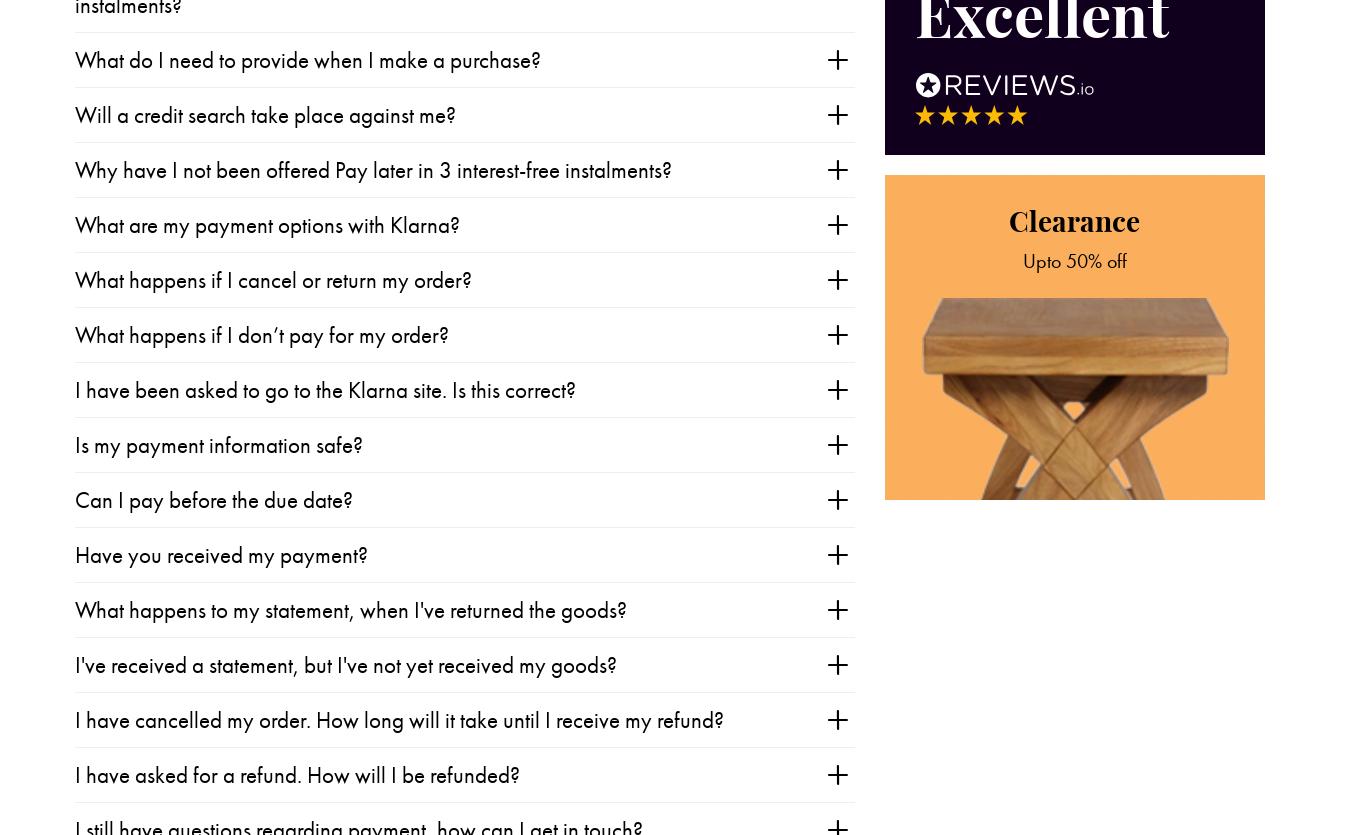  Describe the element at coordinates (229, 760) in the screenshot. I see `'Customer Care'` at that location.